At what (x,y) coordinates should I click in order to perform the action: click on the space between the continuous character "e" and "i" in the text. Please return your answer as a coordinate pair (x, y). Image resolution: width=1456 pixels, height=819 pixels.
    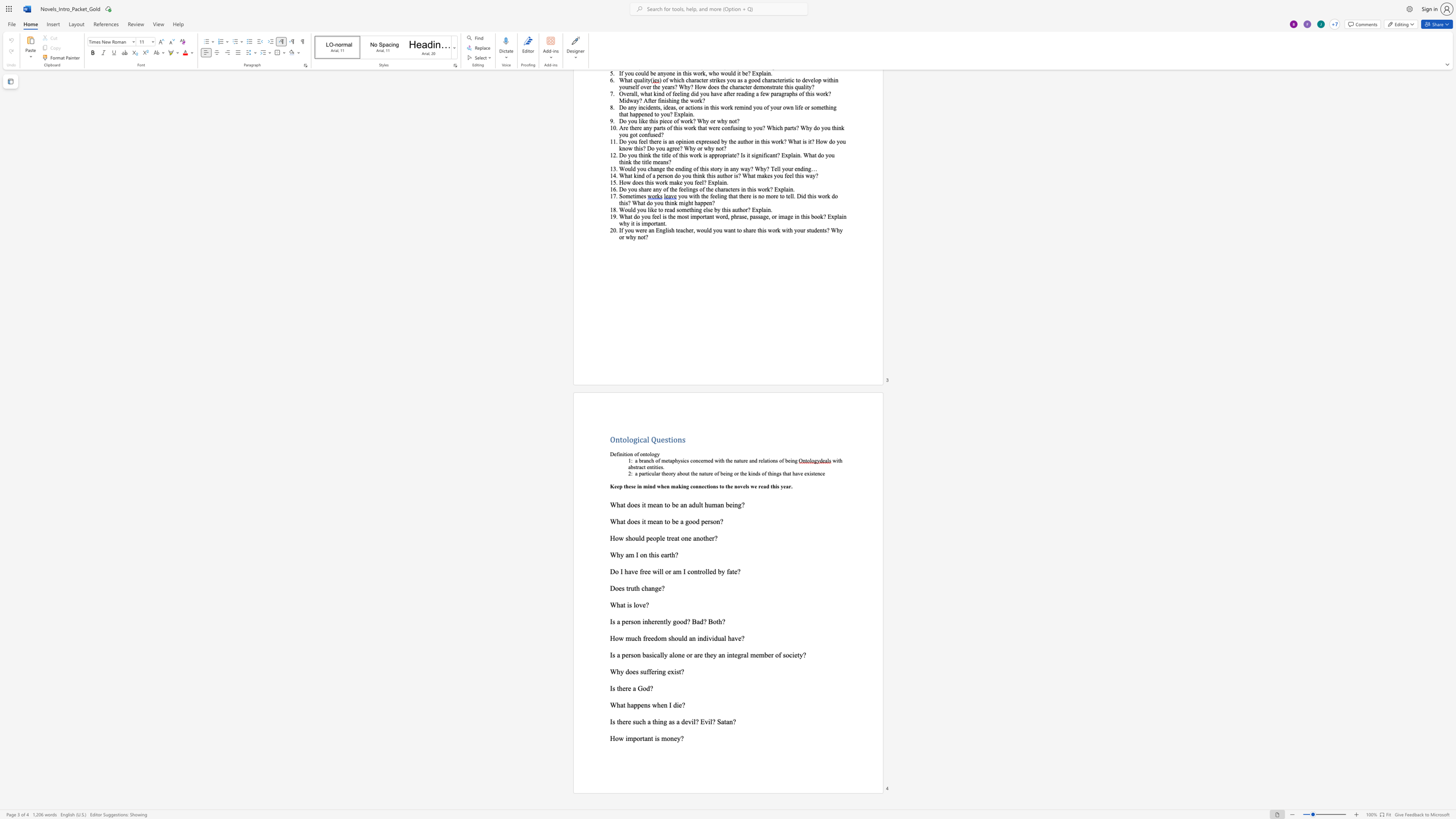
    Looking at the image, I should click on (725, 473).